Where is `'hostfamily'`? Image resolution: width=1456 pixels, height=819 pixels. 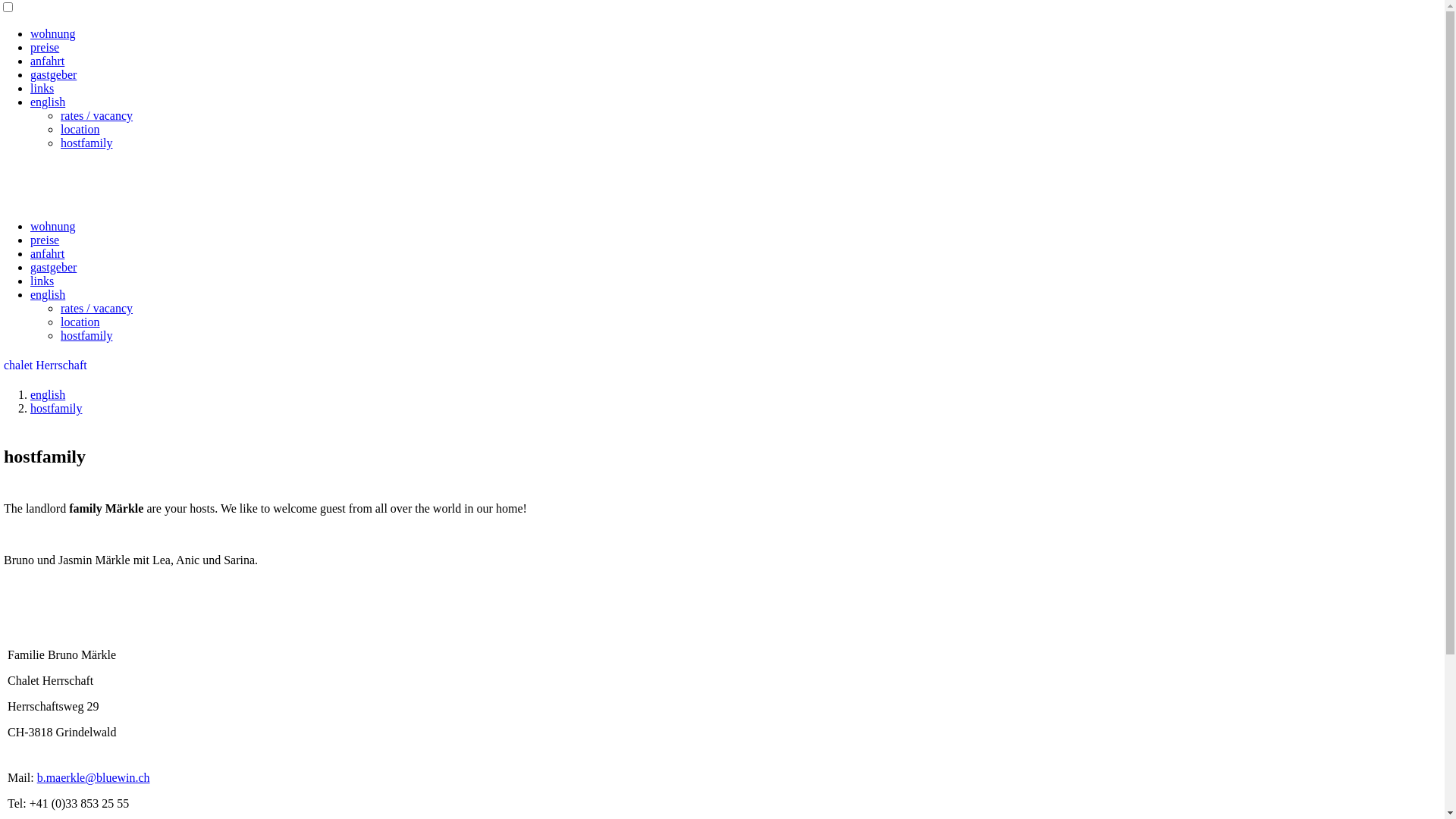
'hostfamily' is located at coordinates (61, 143).